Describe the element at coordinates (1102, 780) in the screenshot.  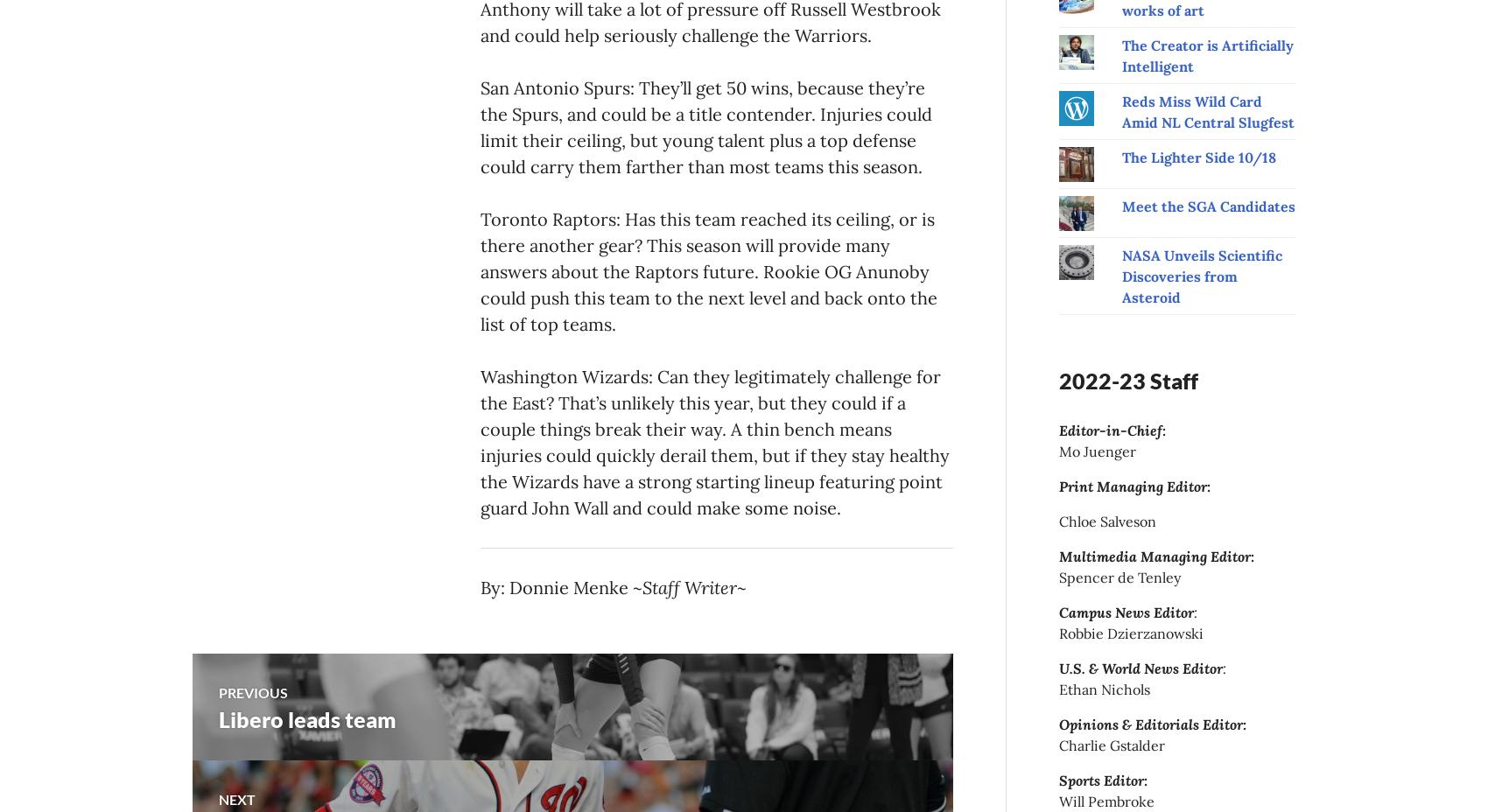
I see `'Sports Editor:'` at that location.